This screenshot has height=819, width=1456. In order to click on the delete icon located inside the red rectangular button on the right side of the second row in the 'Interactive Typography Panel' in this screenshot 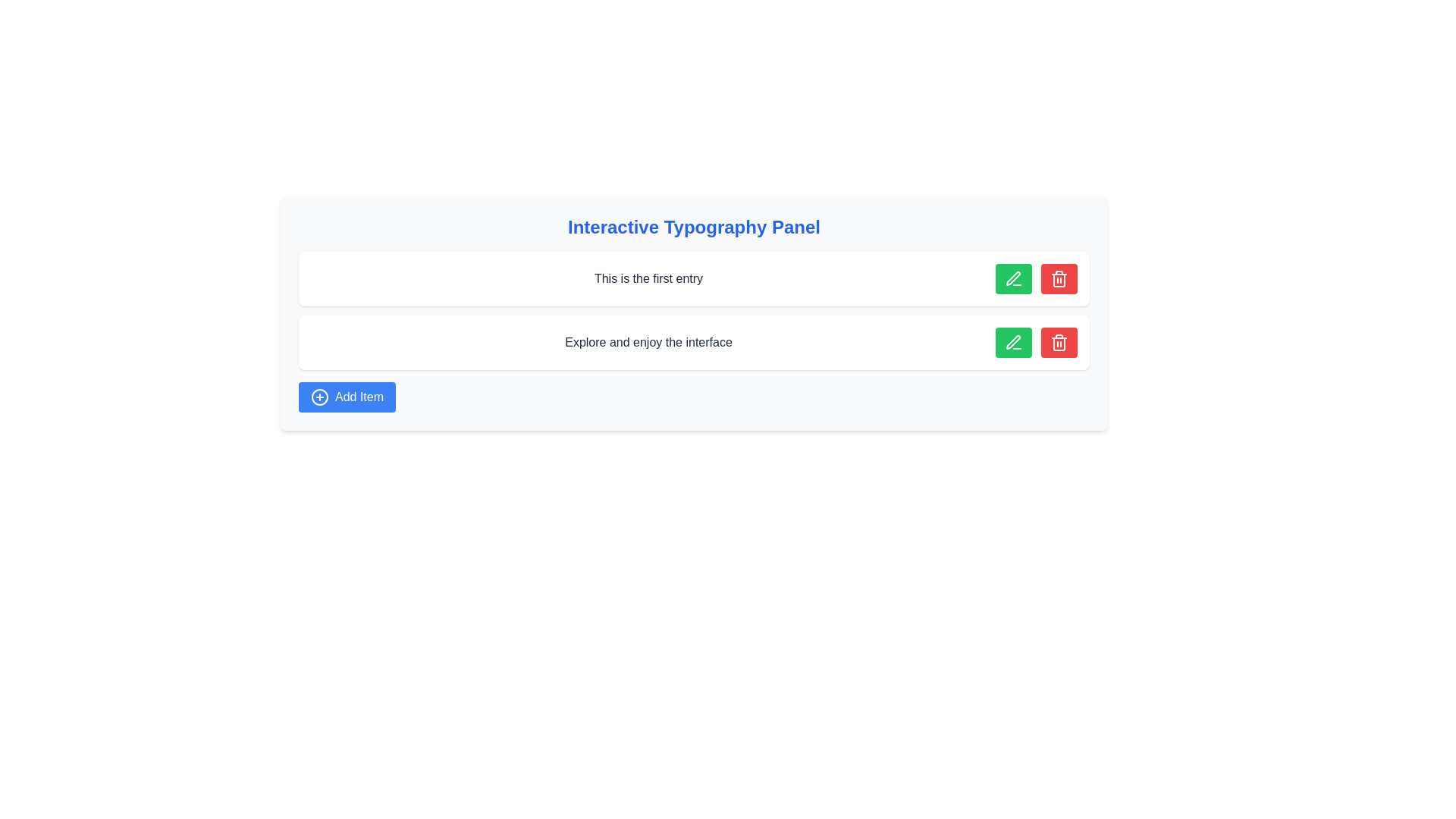, I will do `click(1058, 278)`.